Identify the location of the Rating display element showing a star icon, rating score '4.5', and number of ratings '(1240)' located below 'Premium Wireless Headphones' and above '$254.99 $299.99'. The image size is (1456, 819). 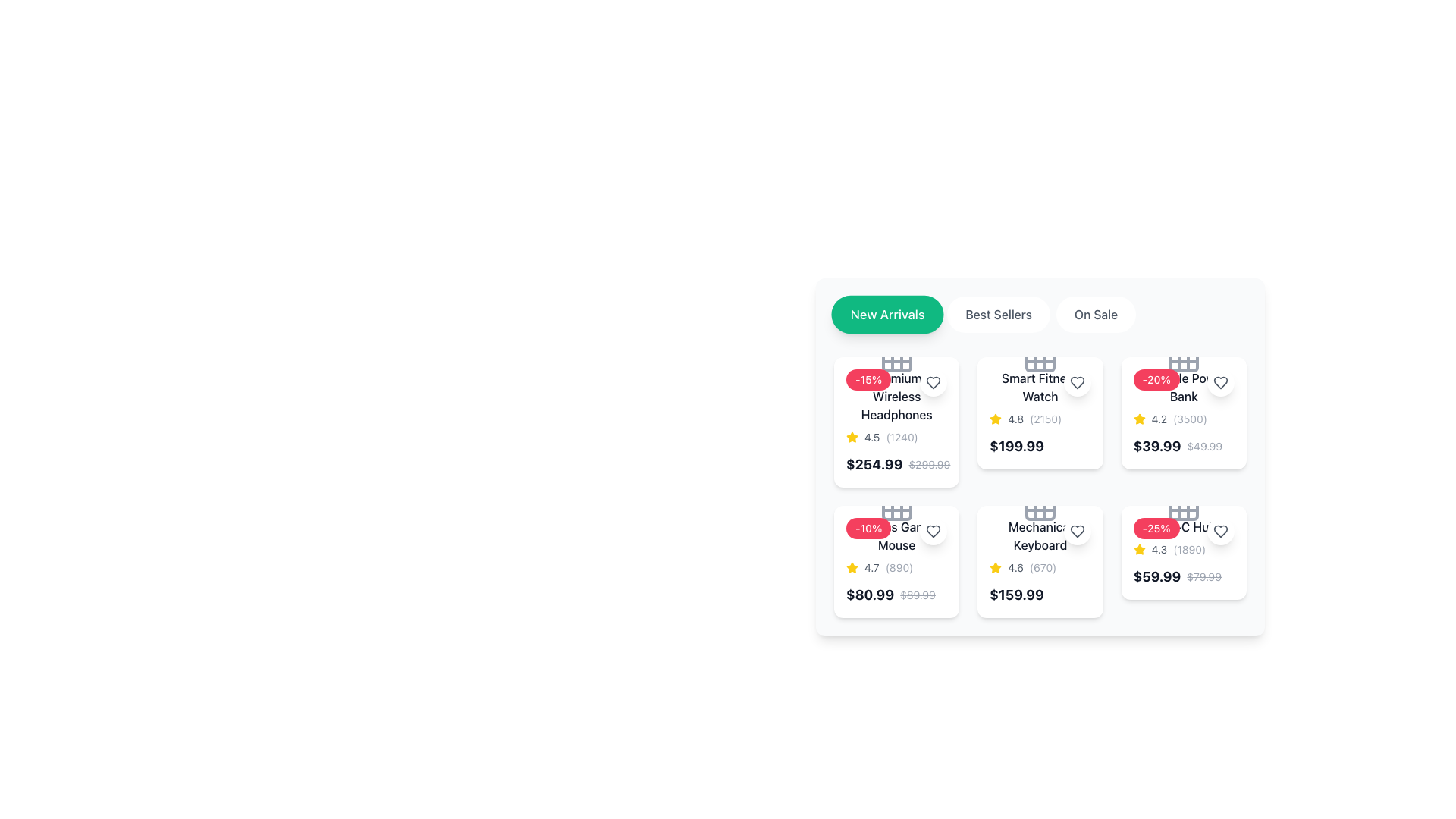
(896, 438).